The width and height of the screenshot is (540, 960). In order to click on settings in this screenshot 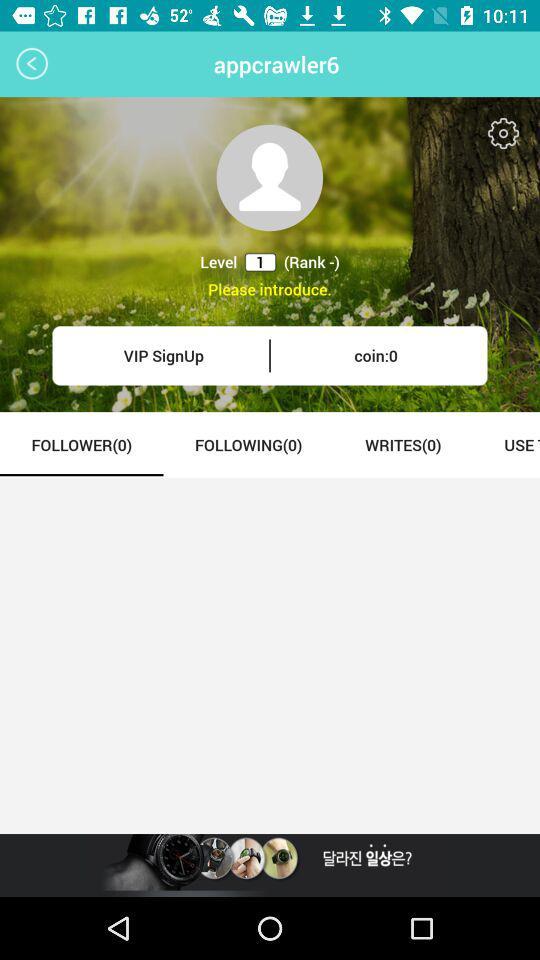, I will do `click(502, 132)`.